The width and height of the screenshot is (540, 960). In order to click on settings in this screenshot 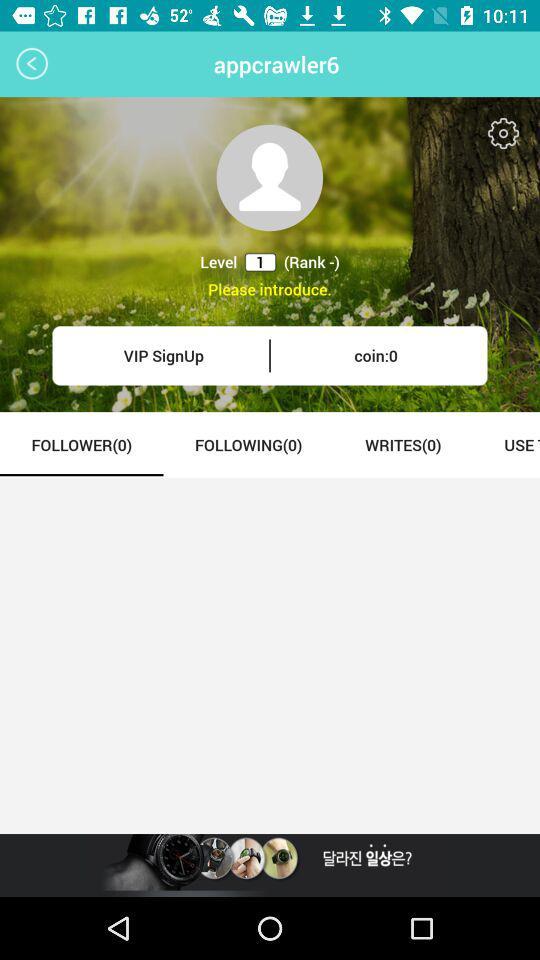, I will do `click(502, 132)`.